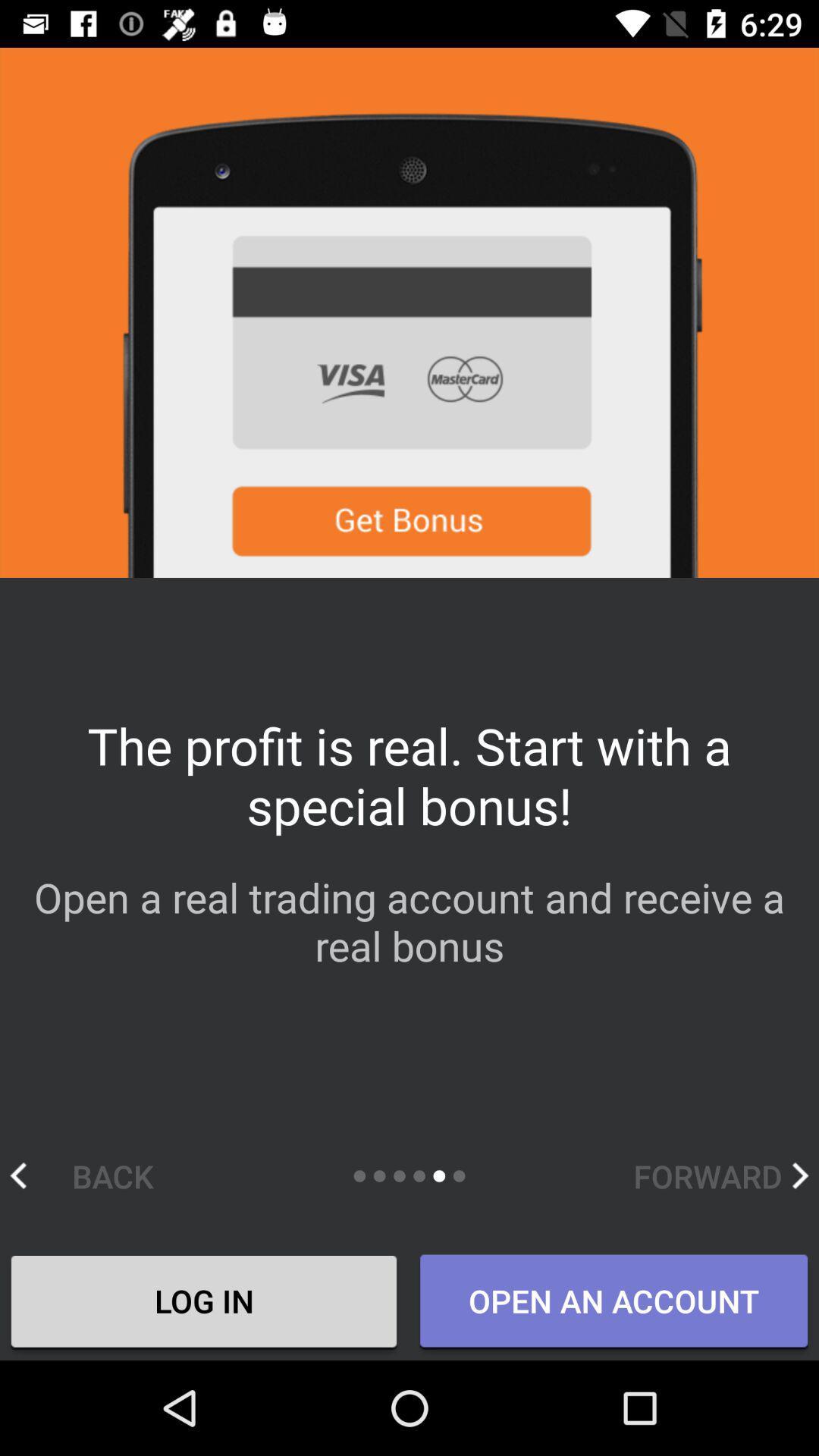  Describe the element at coordinates (97, 1175) in the screenshot. I see `the back` at that location.